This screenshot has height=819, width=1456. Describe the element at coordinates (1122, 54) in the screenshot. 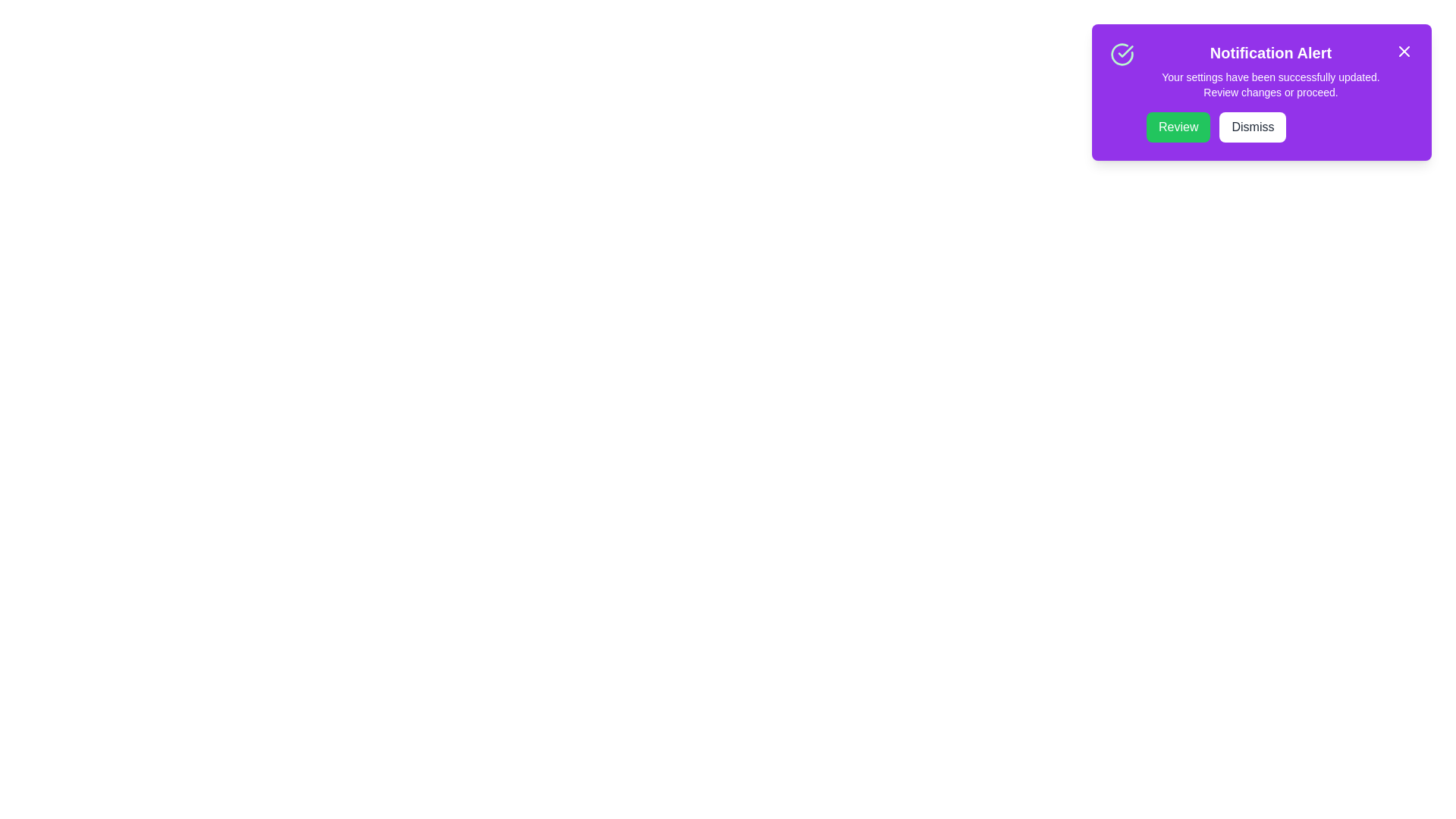

I see `the success indicator icon located at the top-left corner of the 'Notification Alert' box` at that location.